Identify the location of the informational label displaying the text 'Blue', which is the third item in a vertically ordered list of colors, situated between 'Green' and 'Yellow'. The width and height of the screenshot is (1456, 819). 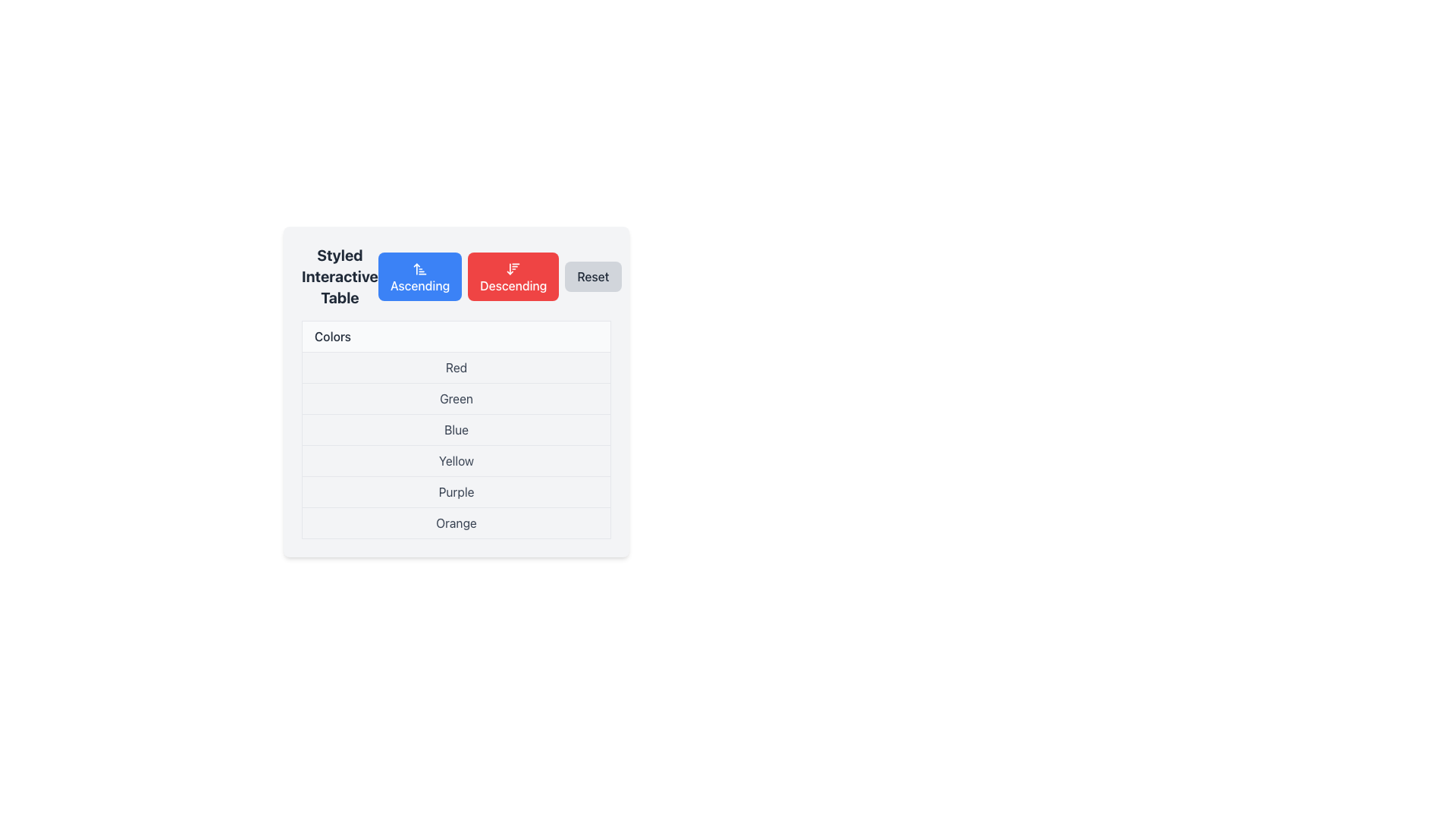
(455, 430).